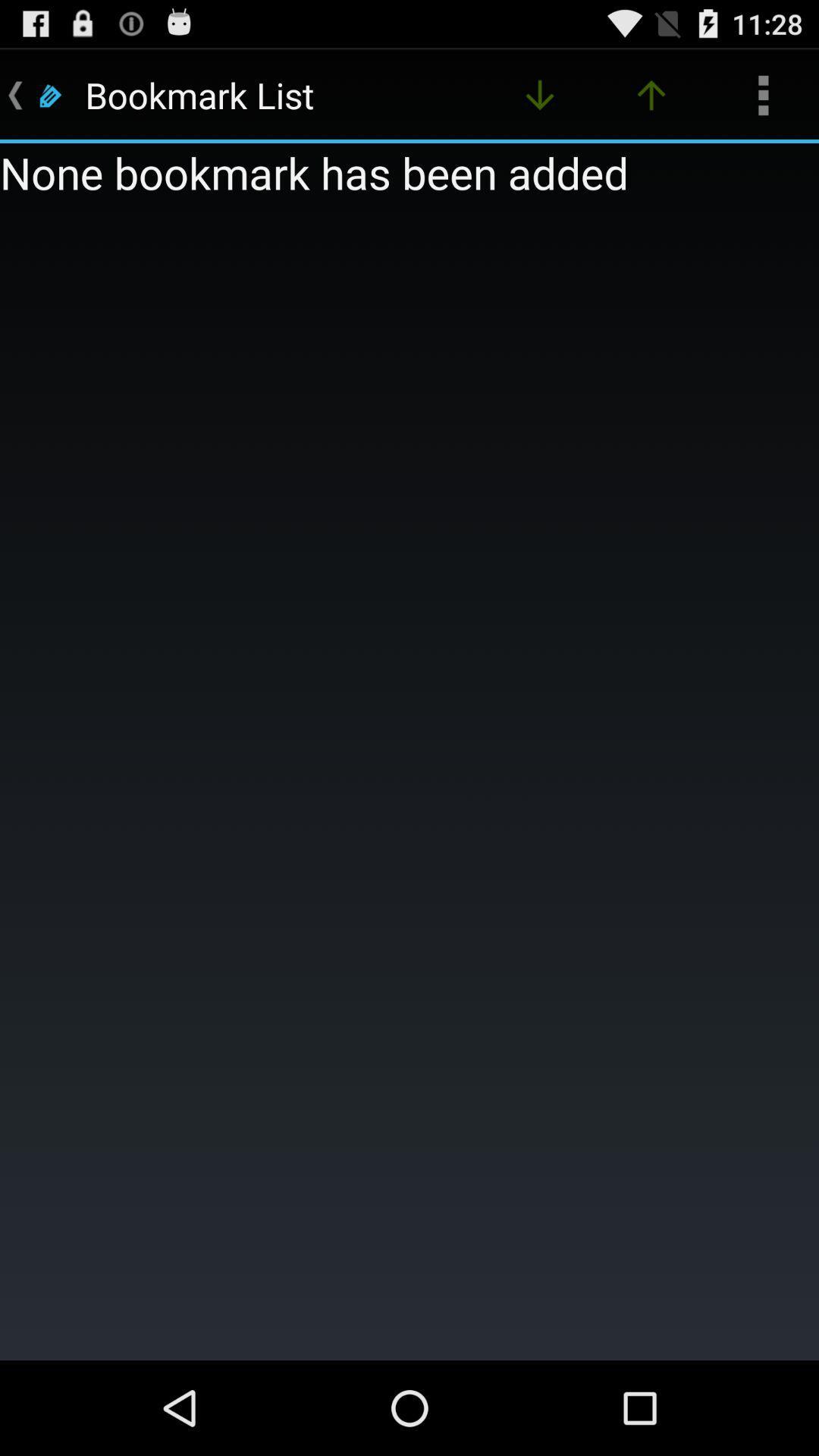  What do you see at coordinates (763, 94) in the screenshot?
I see `icon above none bookmark has` at bounding box center [763, 94].